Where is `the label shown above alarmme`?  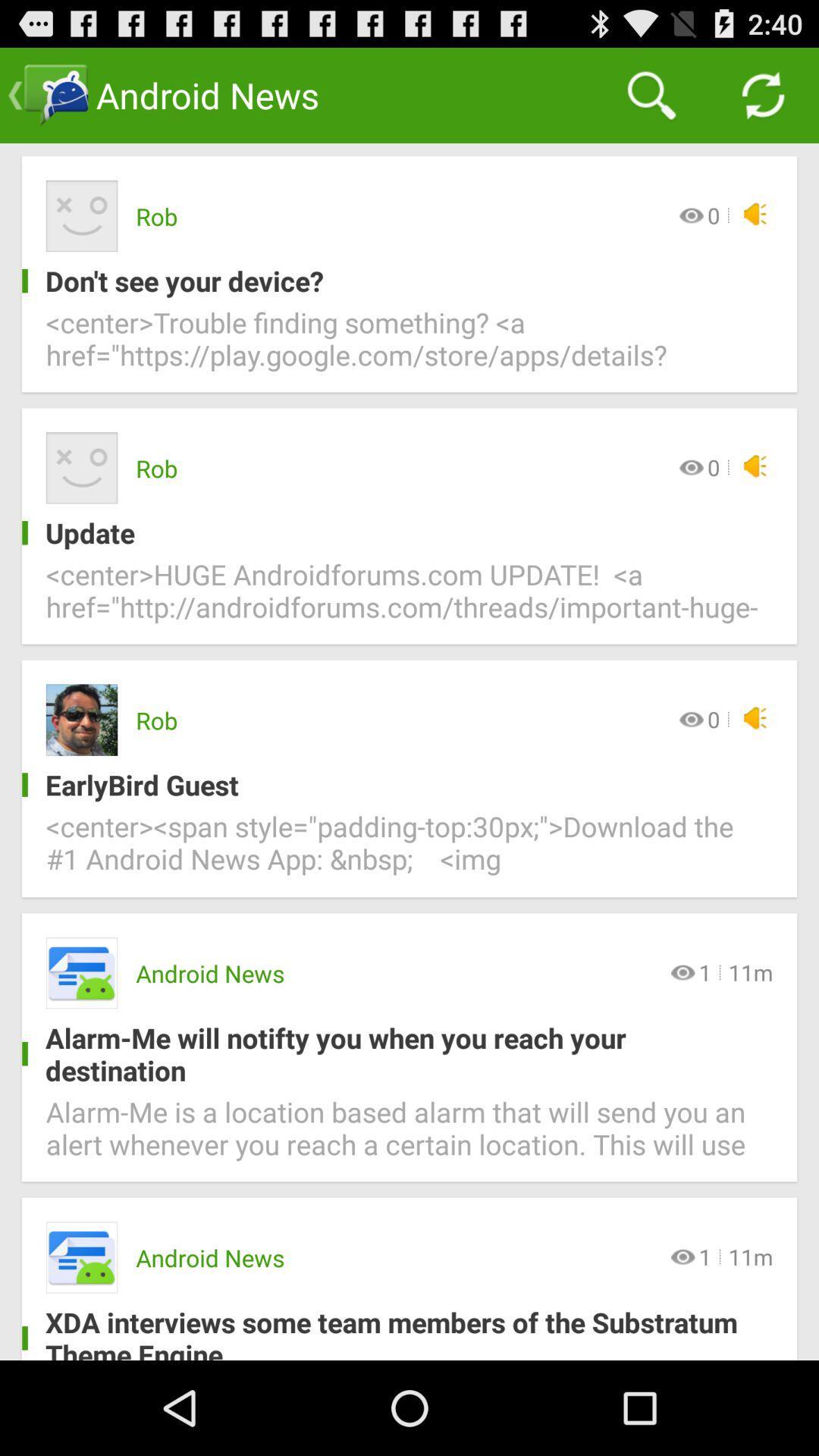
the label shown above alarmme is located at coordinates (82, 973).